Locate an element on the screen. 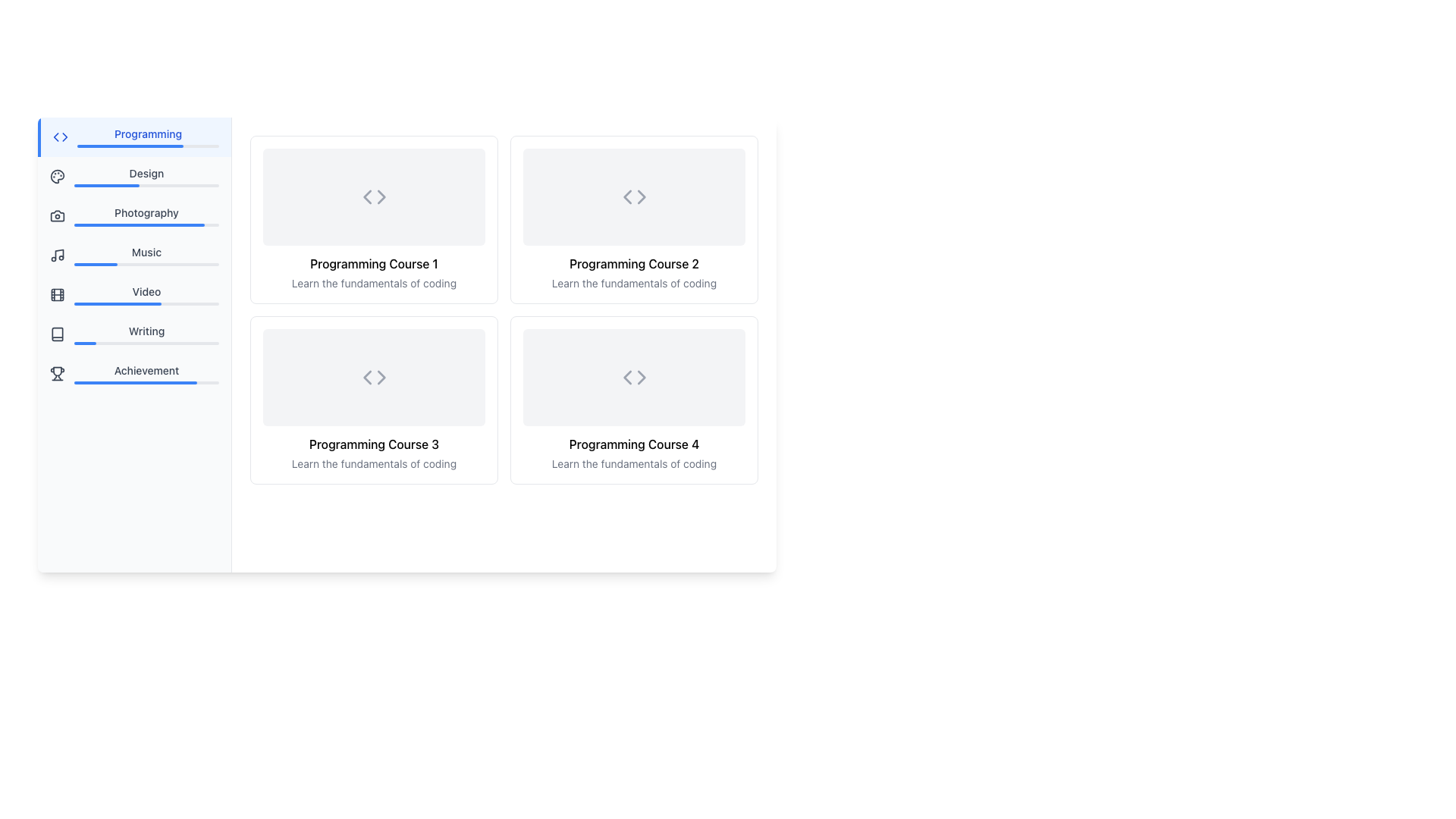  the progress bar is located at coordinates (212, 304).